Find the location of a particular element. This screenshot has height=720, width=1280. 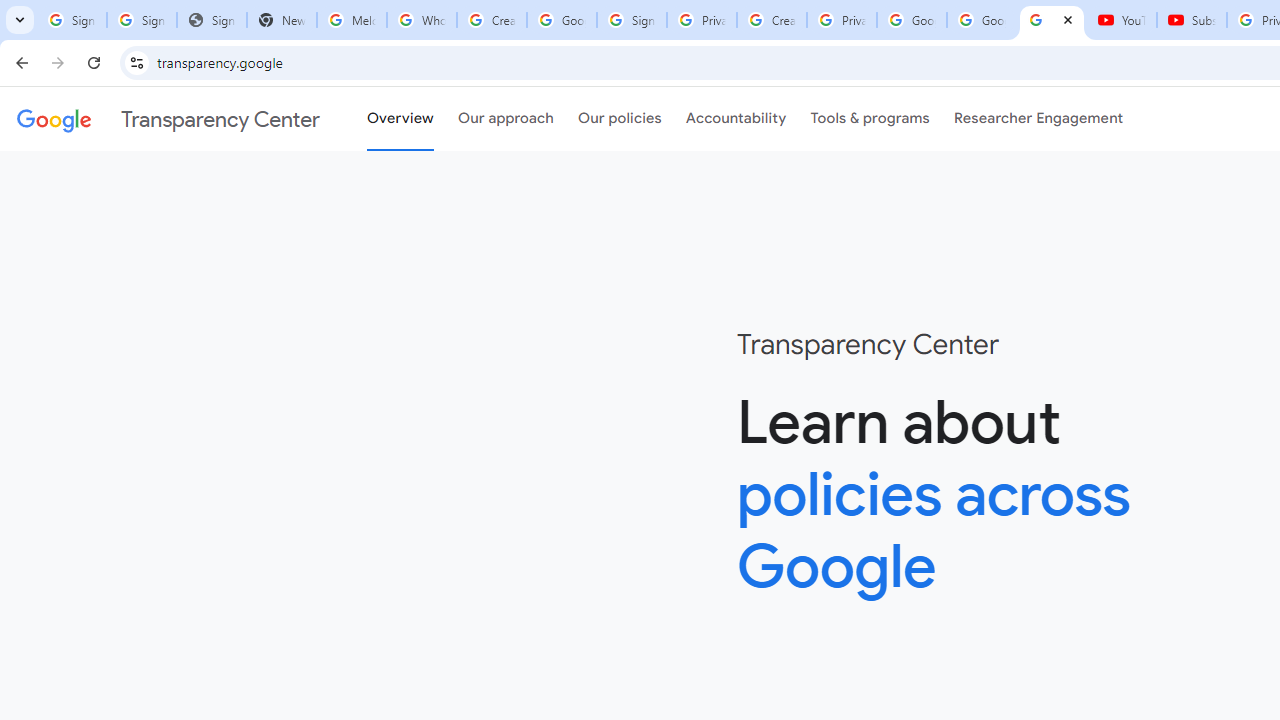

'Sign in - Google Accounts' is located at coordinates (630, 20).